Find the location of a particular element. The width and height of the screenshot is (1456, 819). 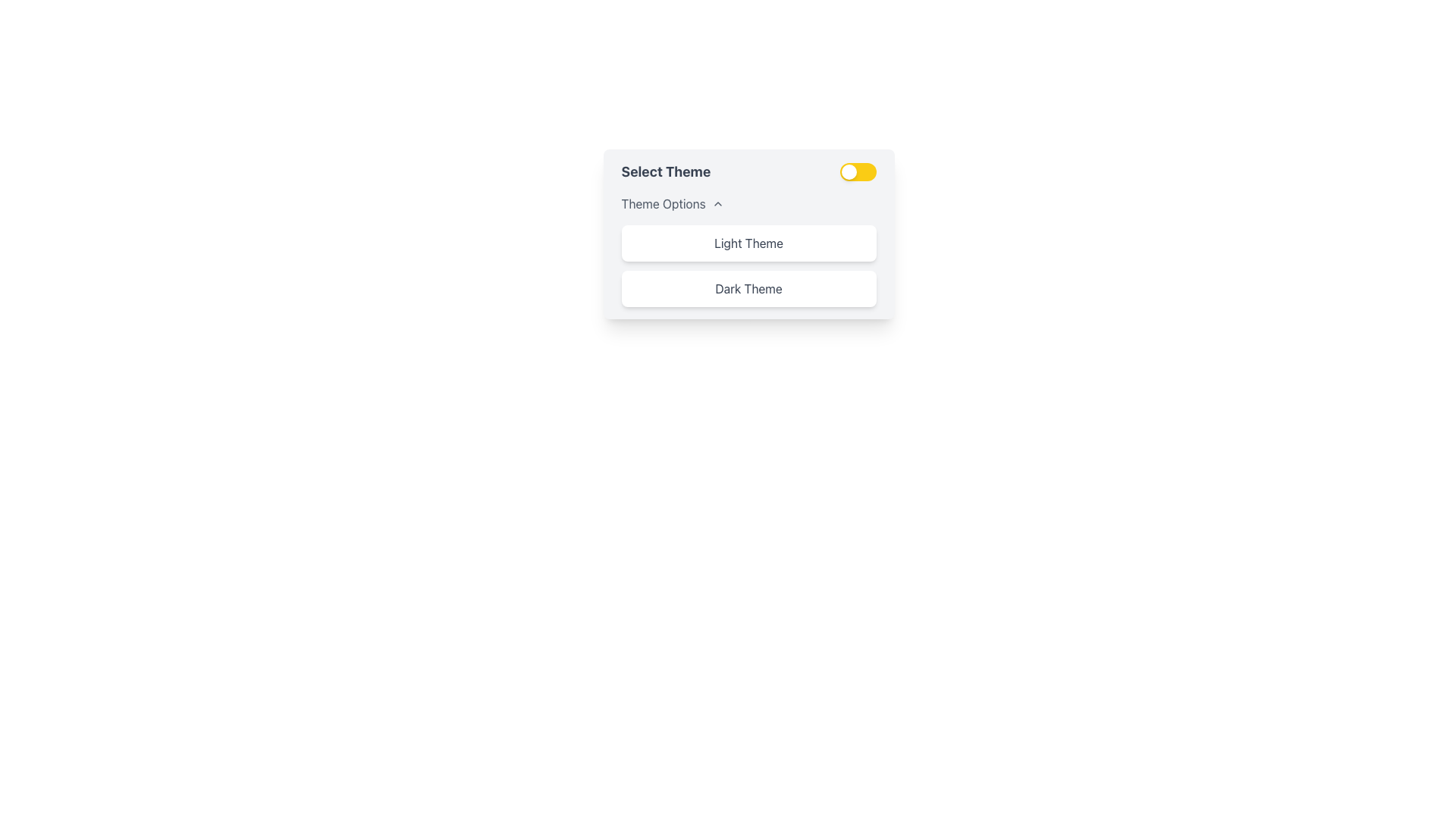

the appearance of the 'Light Theme' icon located to the left of the toggle switch in the 'Select Theme' component is located at coordinates (848, 171).